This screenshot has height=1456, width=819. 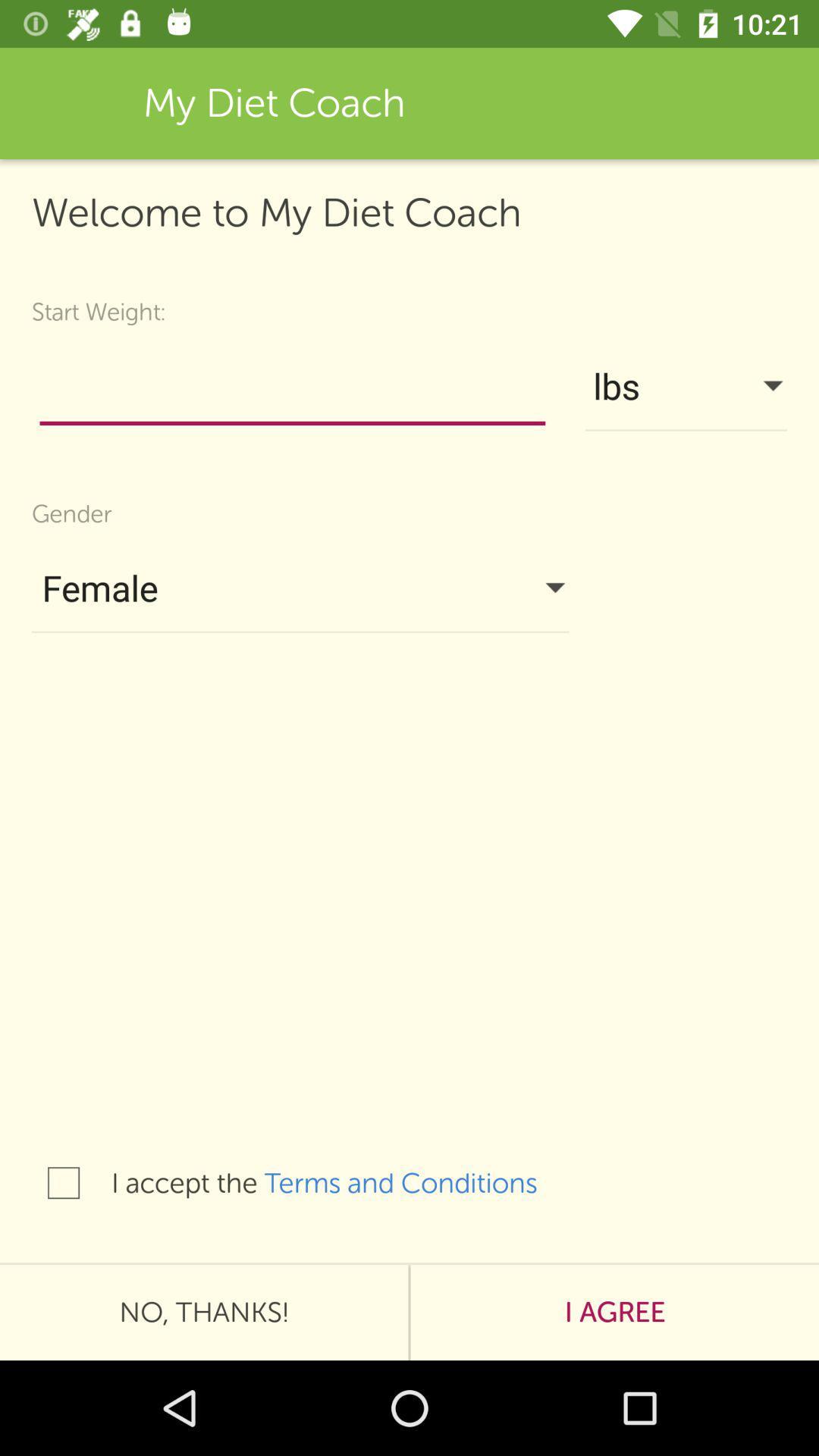 What do you see at coordinates (292, 390) in the screenshot?
I see `the item above the gender` at bounding box center [292, 390].